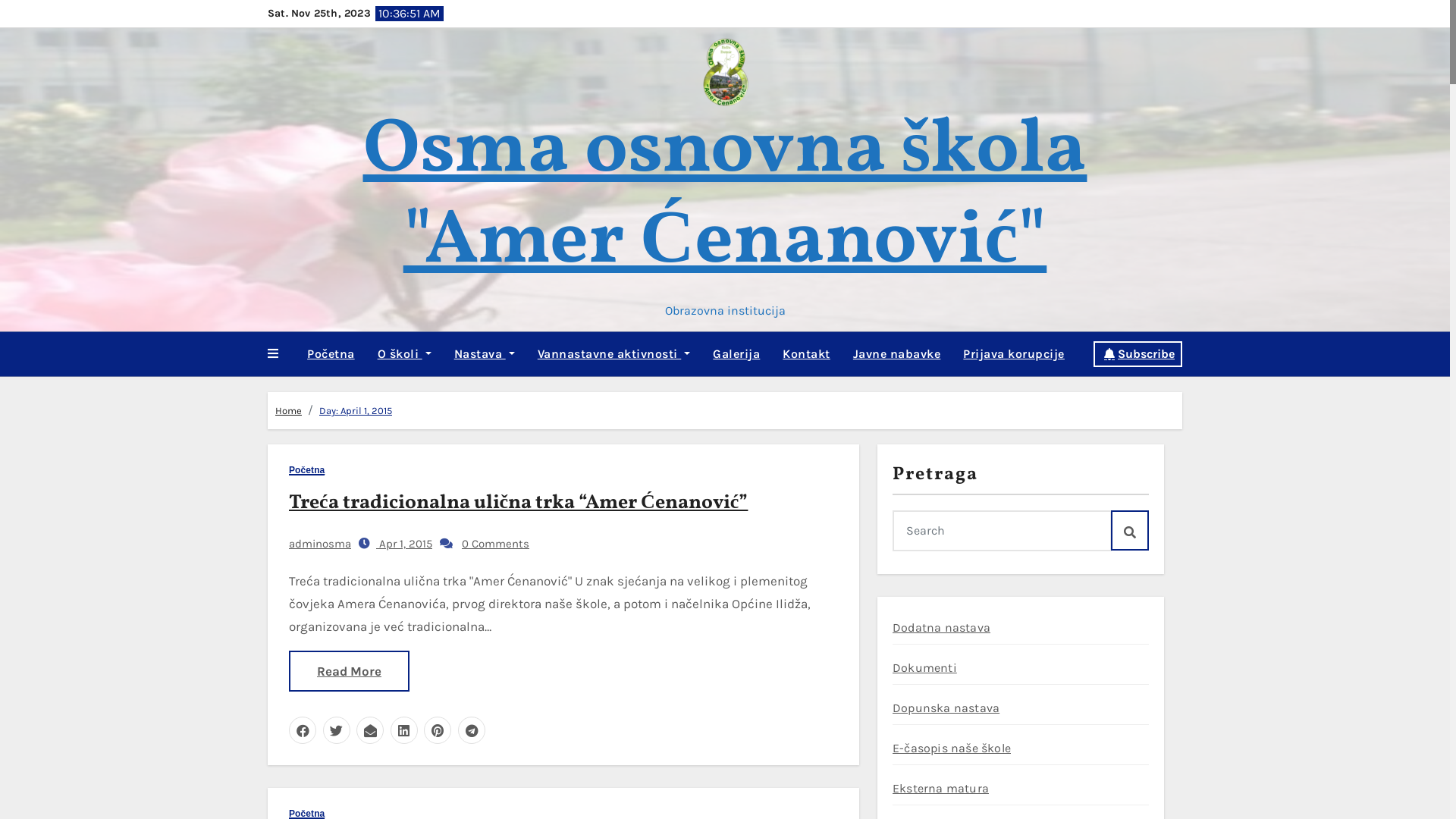 Image resolution: width=1456 pixels, height=819 pixels. What do you see at coordinates (896, 353) in the screenshot?
I see `'Javne nabavke'` at bounding box center [896, 353].